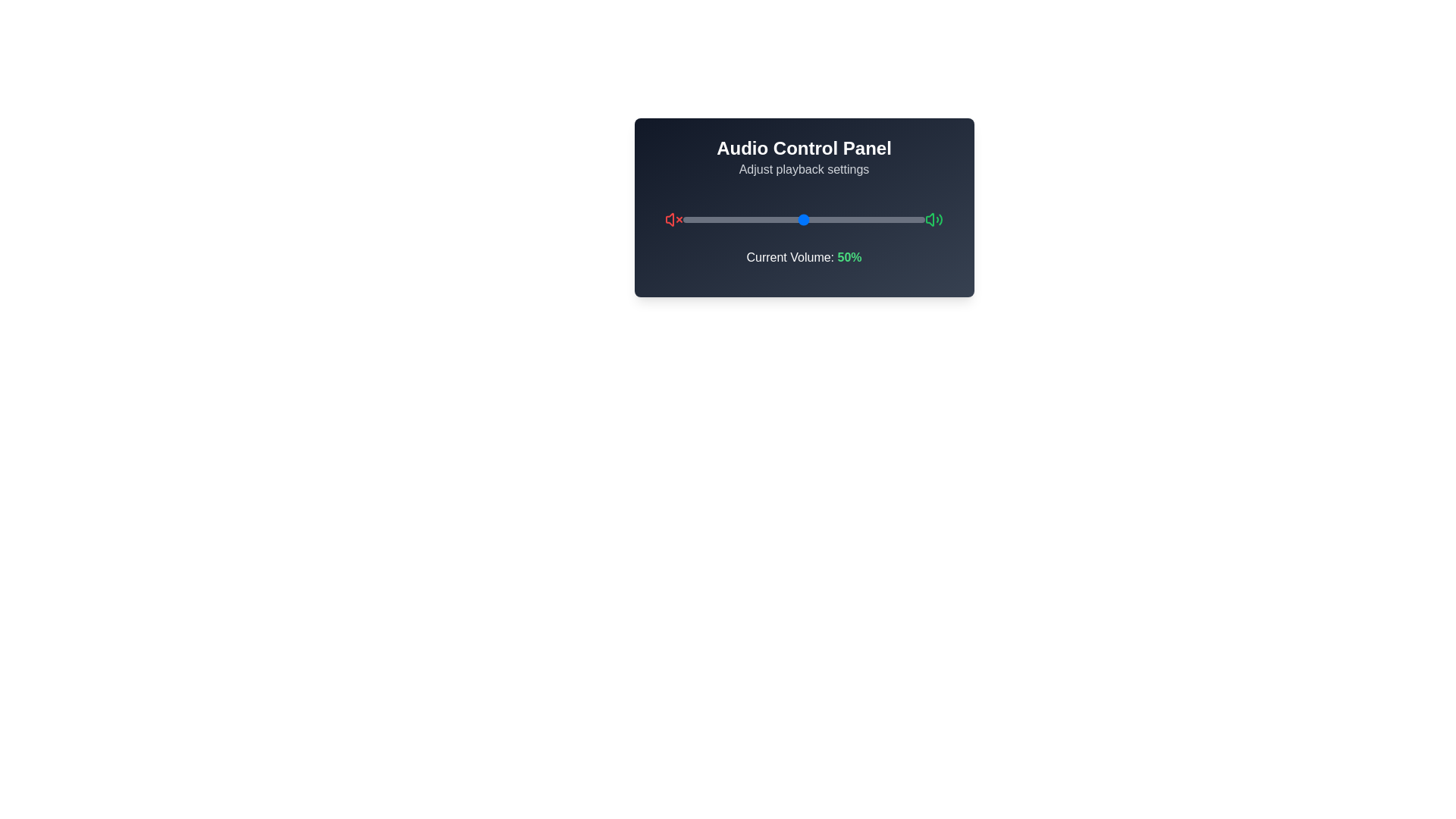 The width and height of the screenshot is (1456, 819). Describe the element at coordinates (917, 219) in the screenshot. I see `the volume slider to set the volume to 97%` at that location.